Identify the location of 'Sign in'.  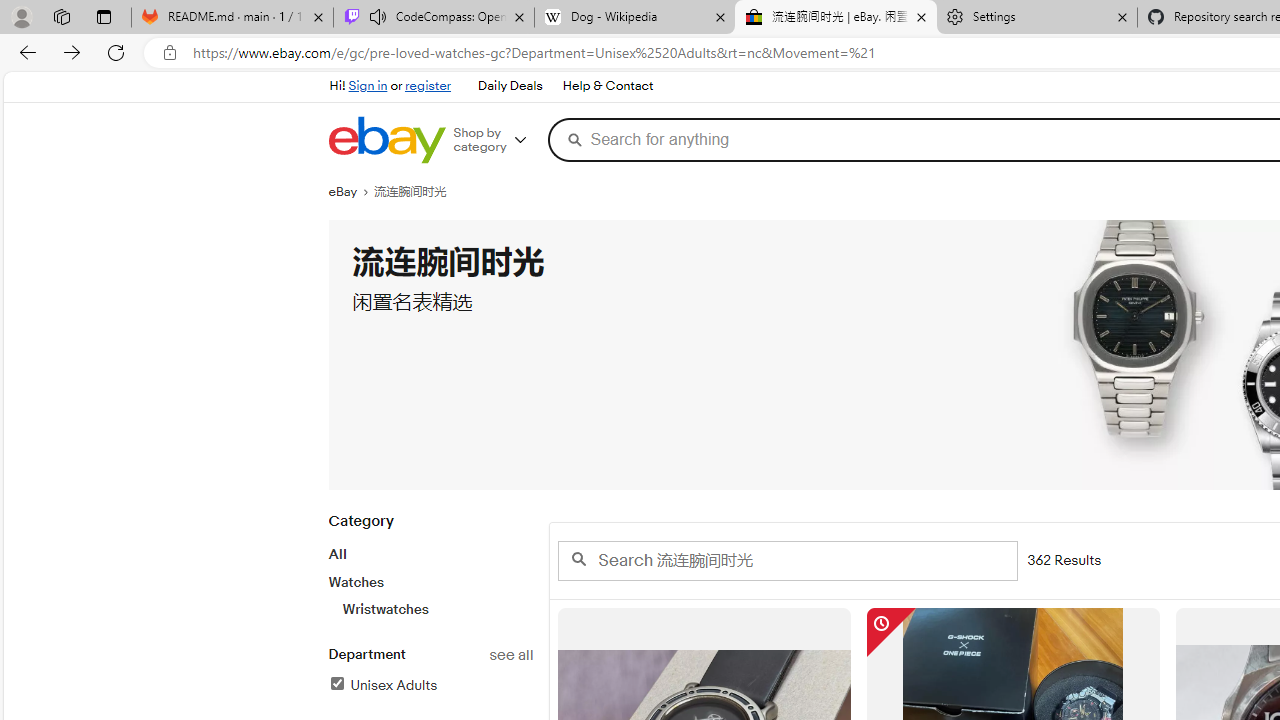
(368, 85).